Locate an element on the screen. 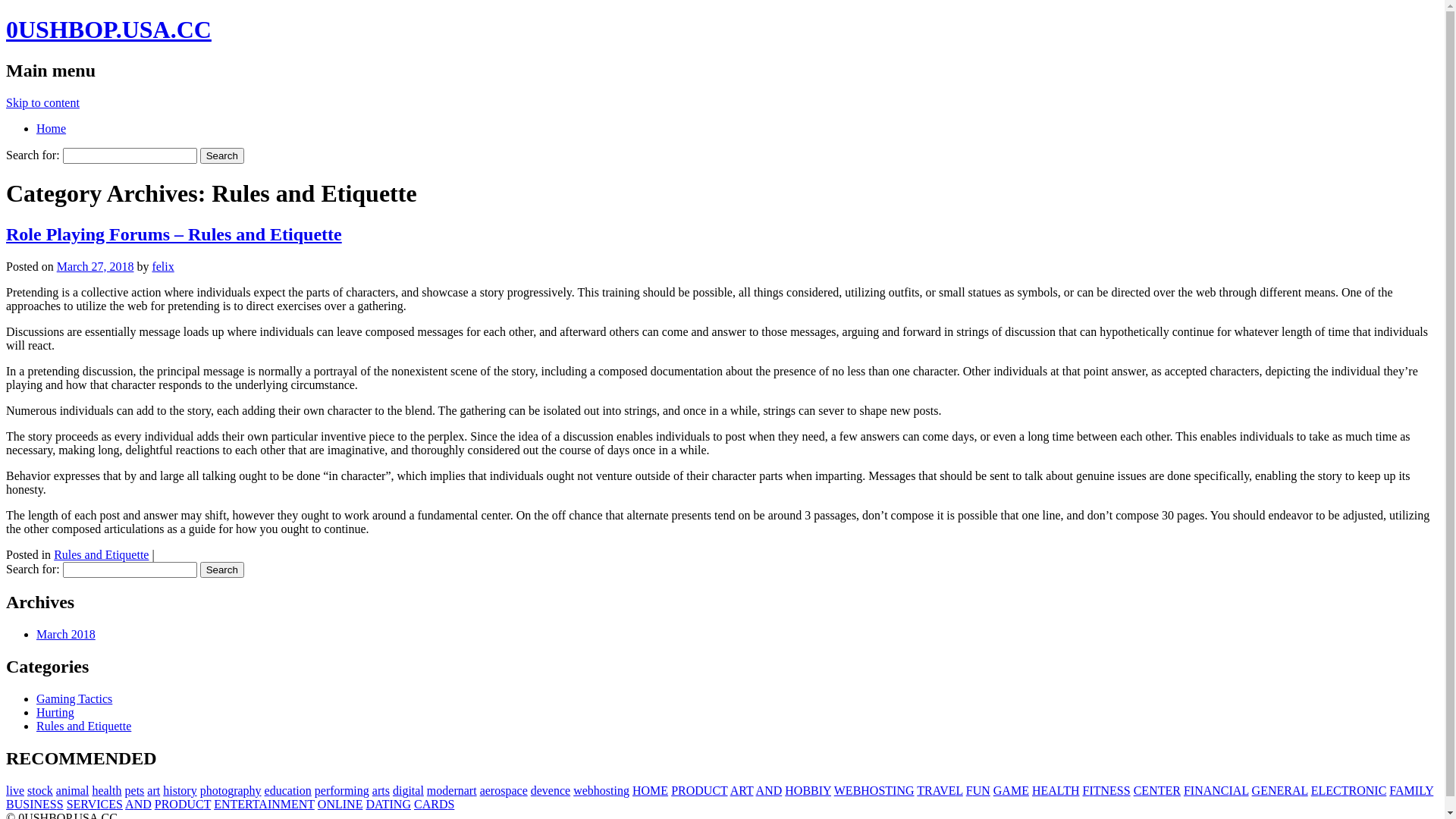  'W' is located at coordinates (839, 789).